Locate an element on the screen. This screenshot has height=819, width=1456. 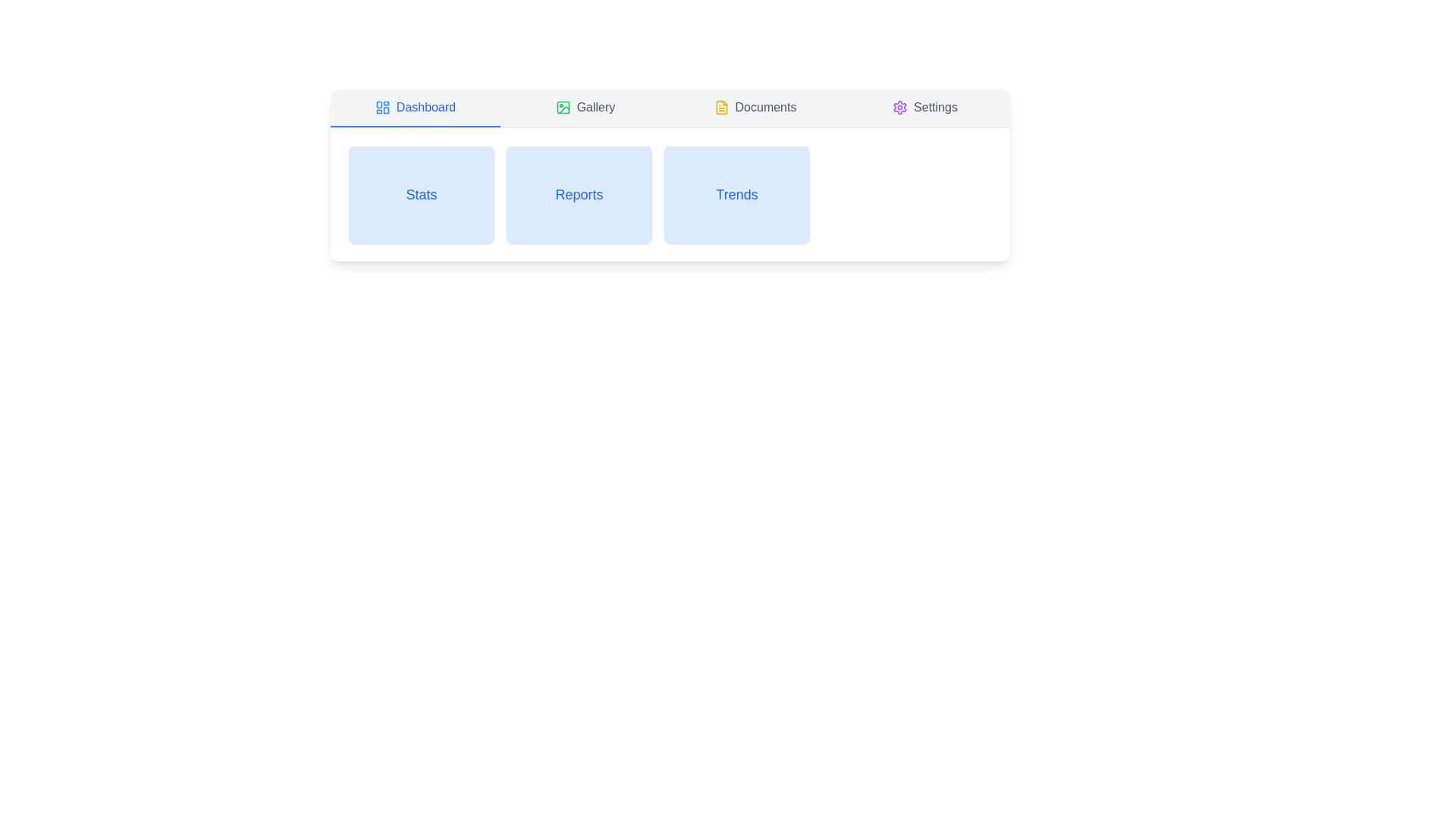
the Navigation menu item, which is the second item from the left in the navigation bar is located at coordinates (585, 107).